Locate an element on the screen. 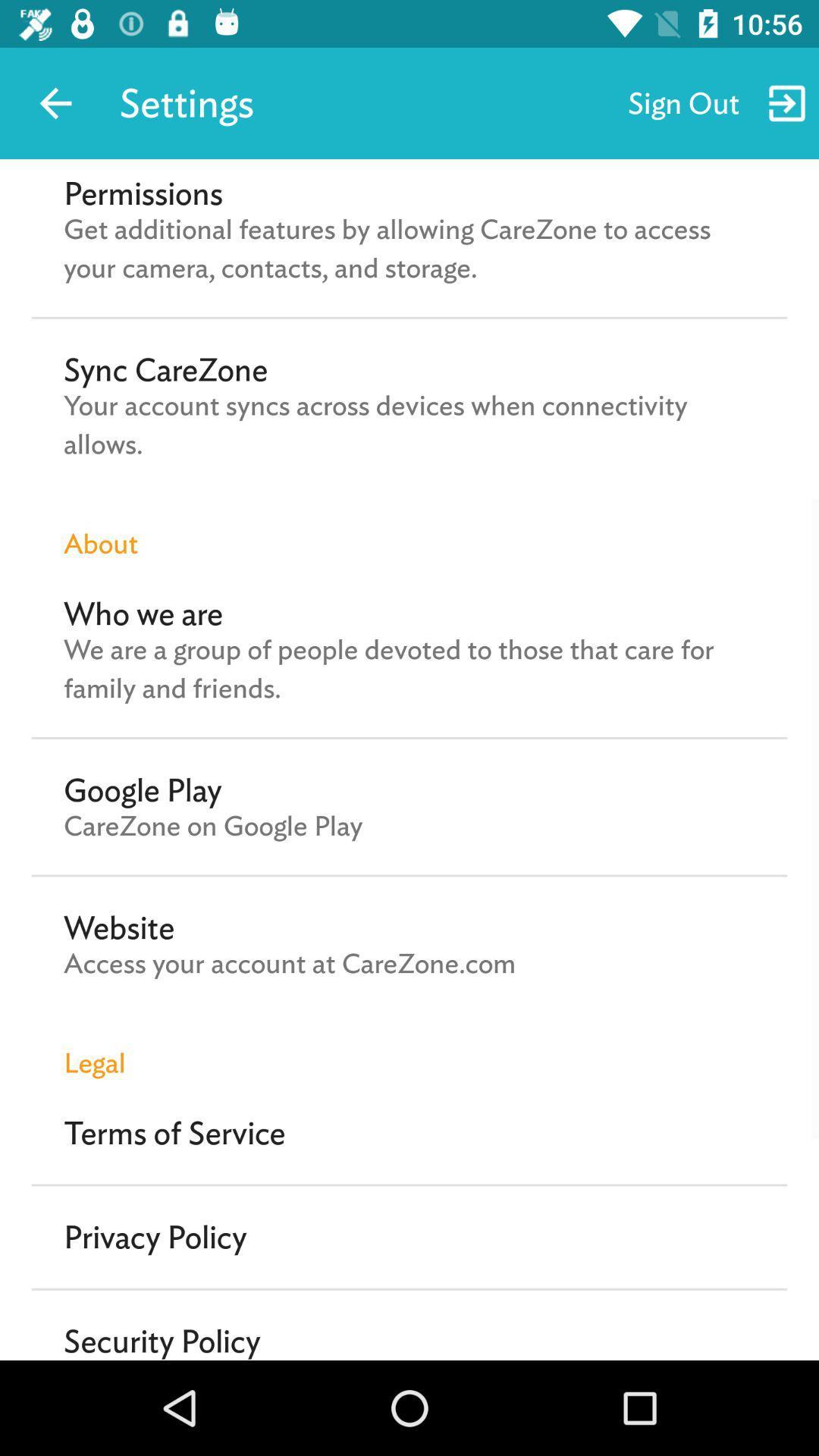 The image size is (819, 1456). carezone on google is located at coordinates (213, 825).